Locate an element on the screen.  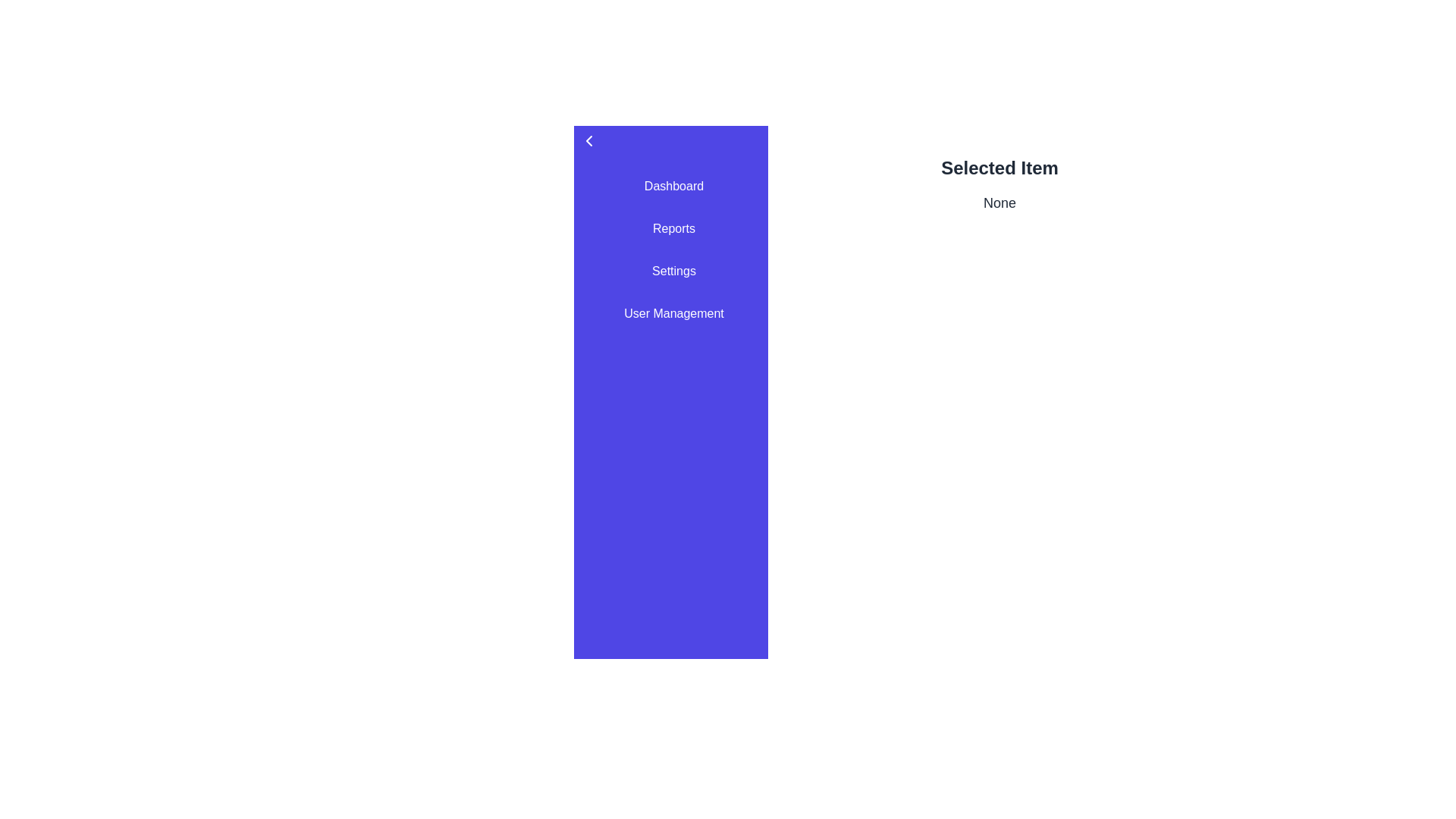
the 'Reports' menu item located in the center of the left-side navigation menu, positioned between 'Dashboard' and 'Settings' is located at coordinates (673, 227).